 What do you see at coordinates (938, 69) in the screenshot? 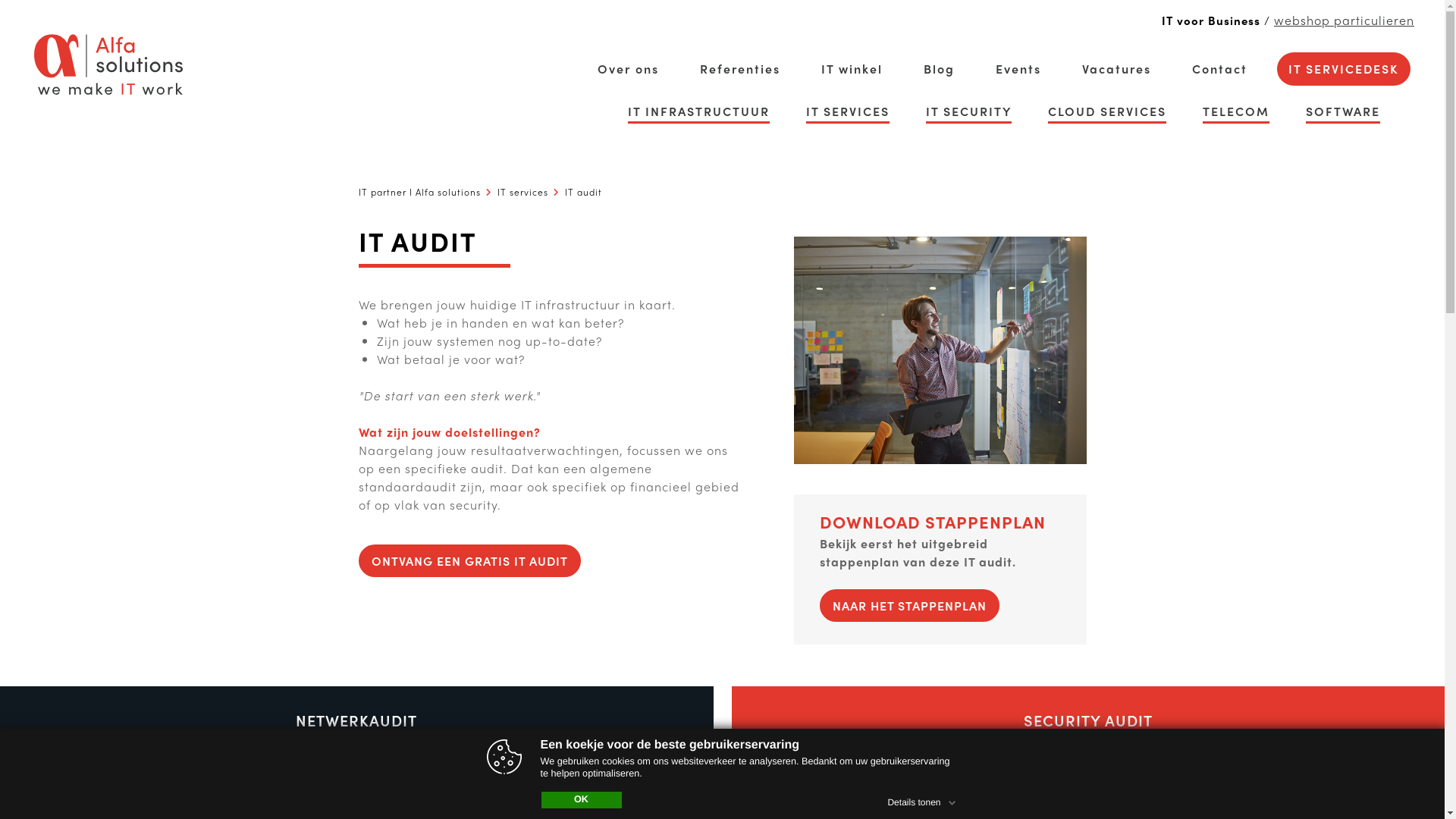
I see `'Blog'` at bounding box center [938, 69].